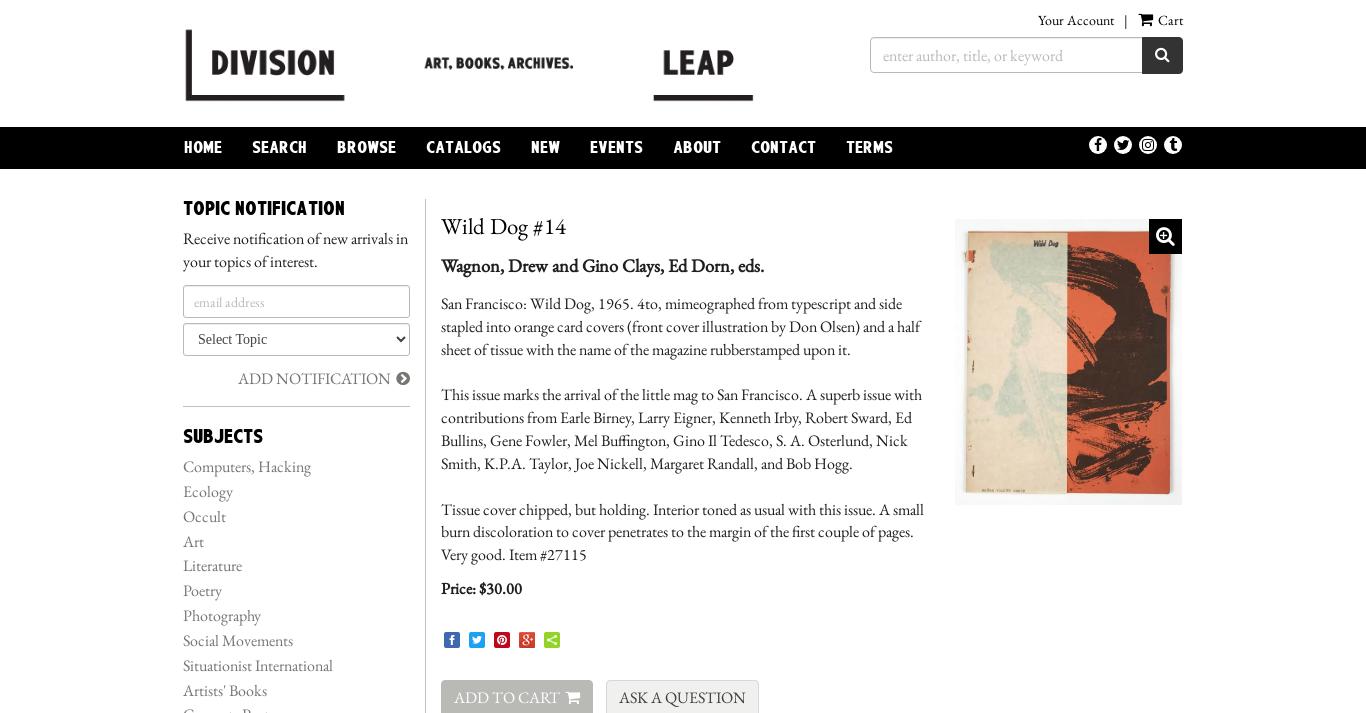  I want to click on 'Ask a Question', so click(616, 696).